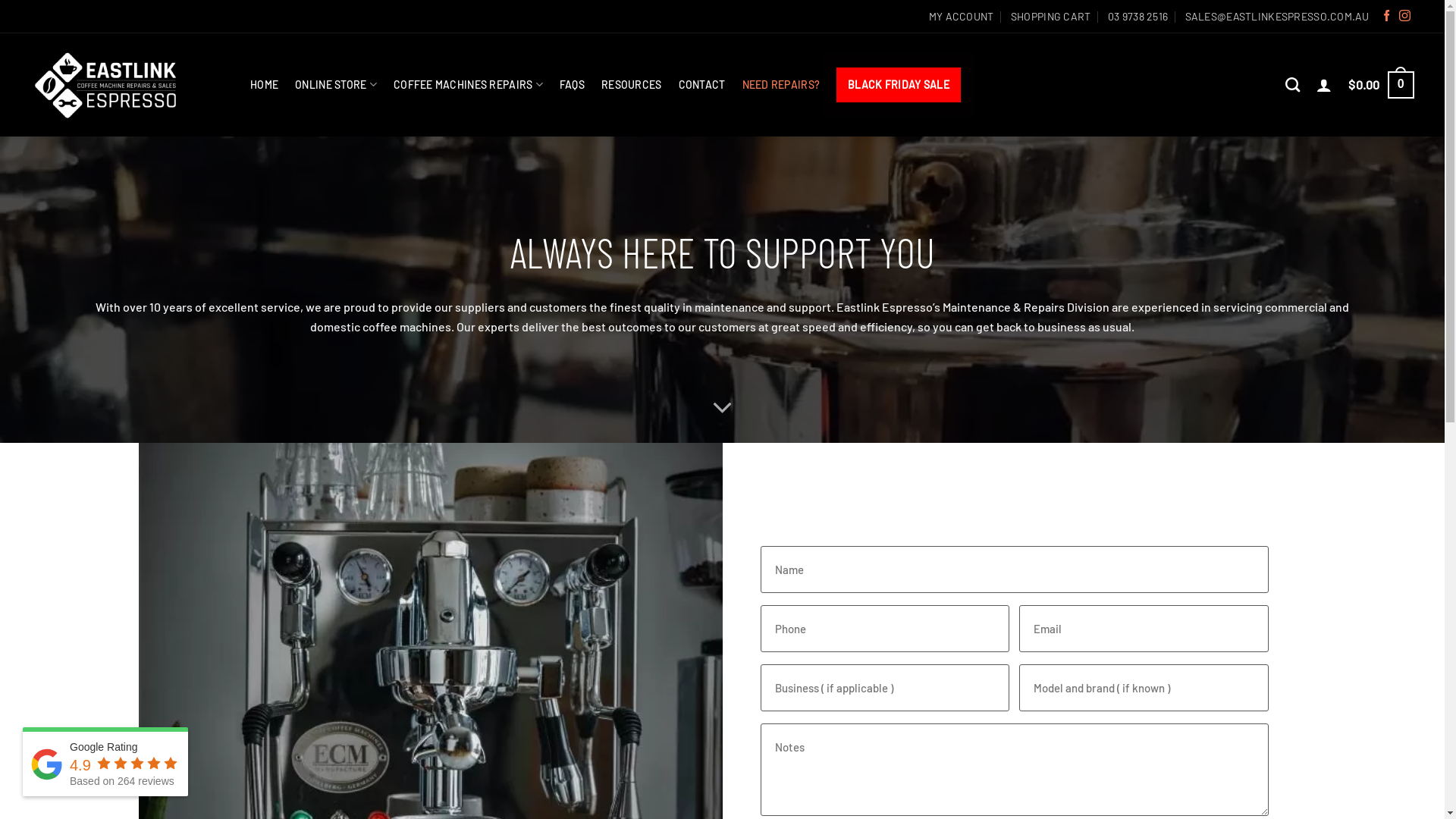 This screenshot has height=819, width=1456. Describe the element at coordinates (571, 84) in the screenshot. I see `'FAQS'` at that location.